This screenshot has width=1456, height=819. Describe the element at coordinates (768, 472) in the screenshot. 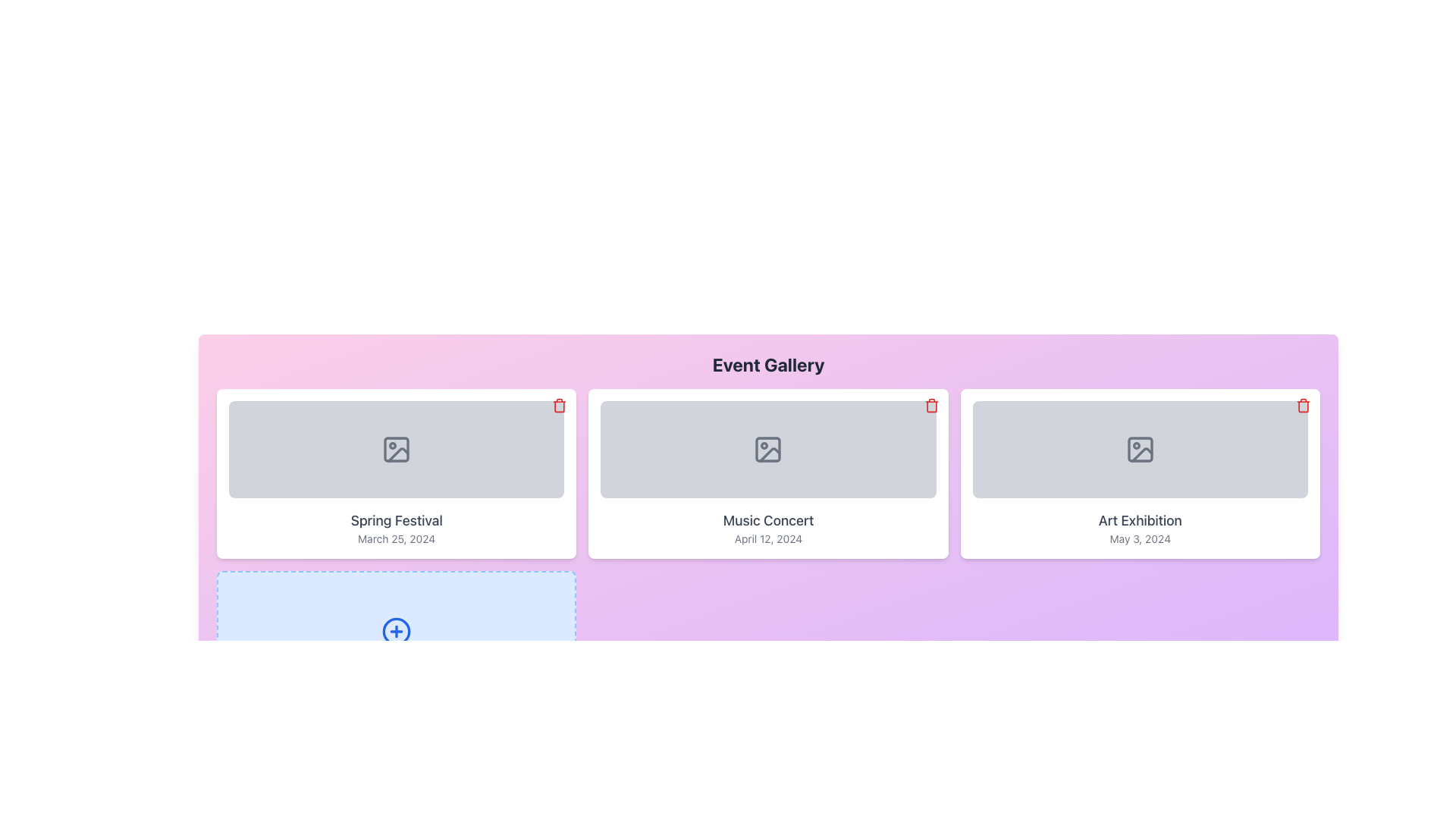

I see `the card-style component featuring 'Music Concert' with a gray image placeholder and rounded corners, positioned in the middle column of the event gallery grid` at that location.